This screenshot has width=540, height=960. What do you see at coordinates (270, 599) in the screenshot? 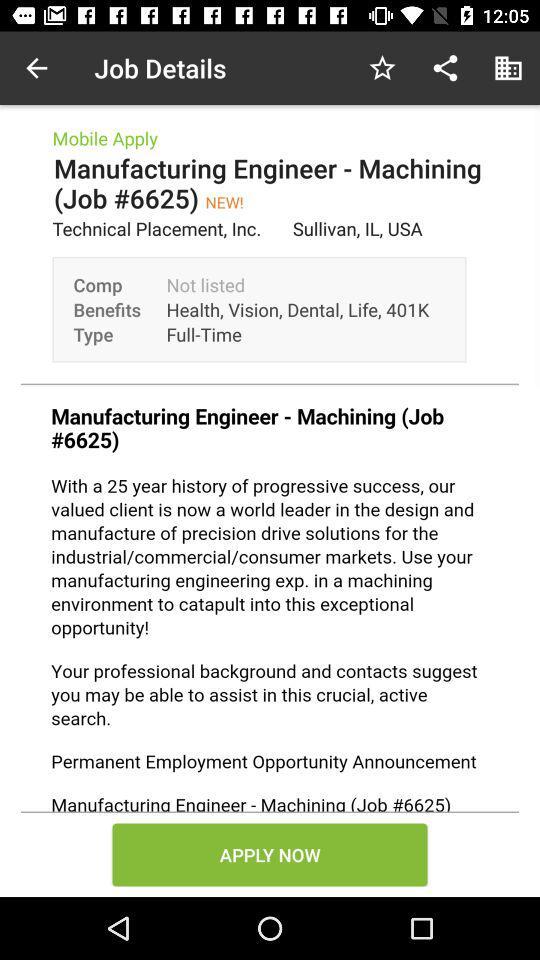
I see `open page` at bounding box center [270, 599].